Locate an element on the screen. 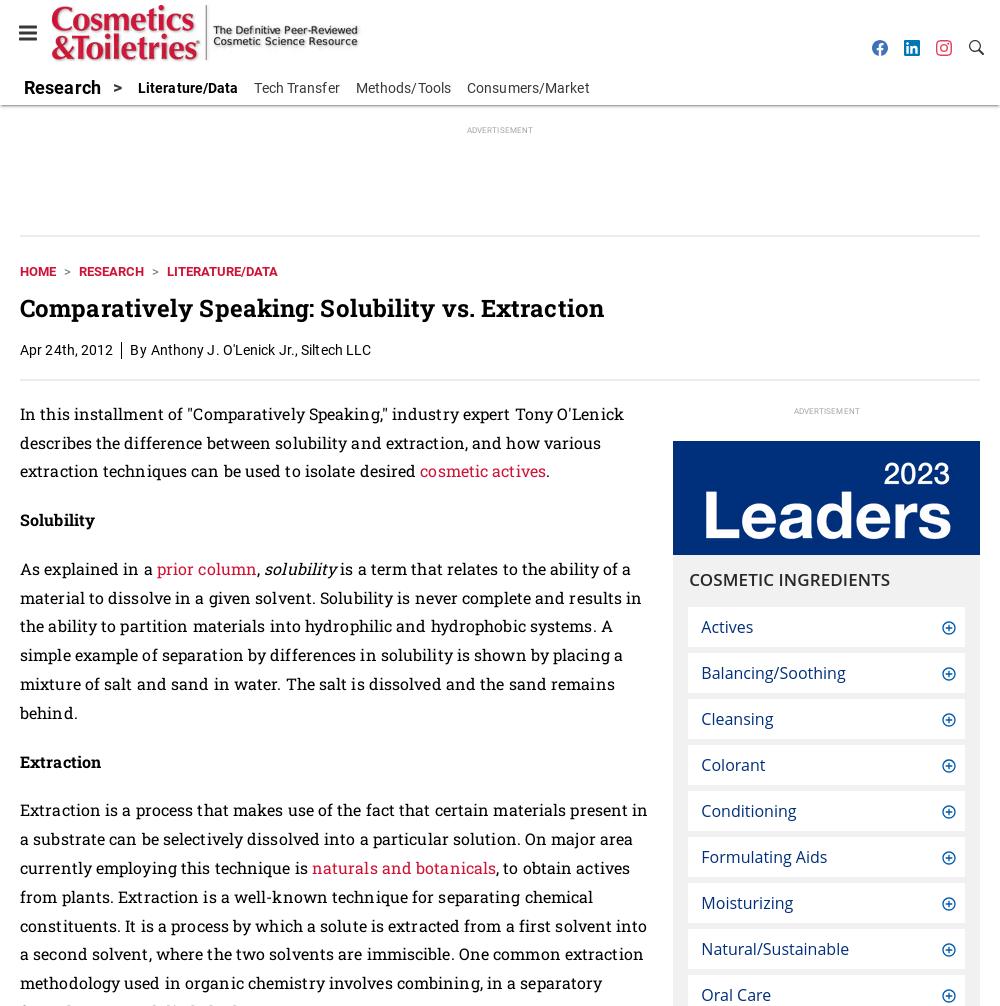  'Solubility' is located at coordinates (57, 519).